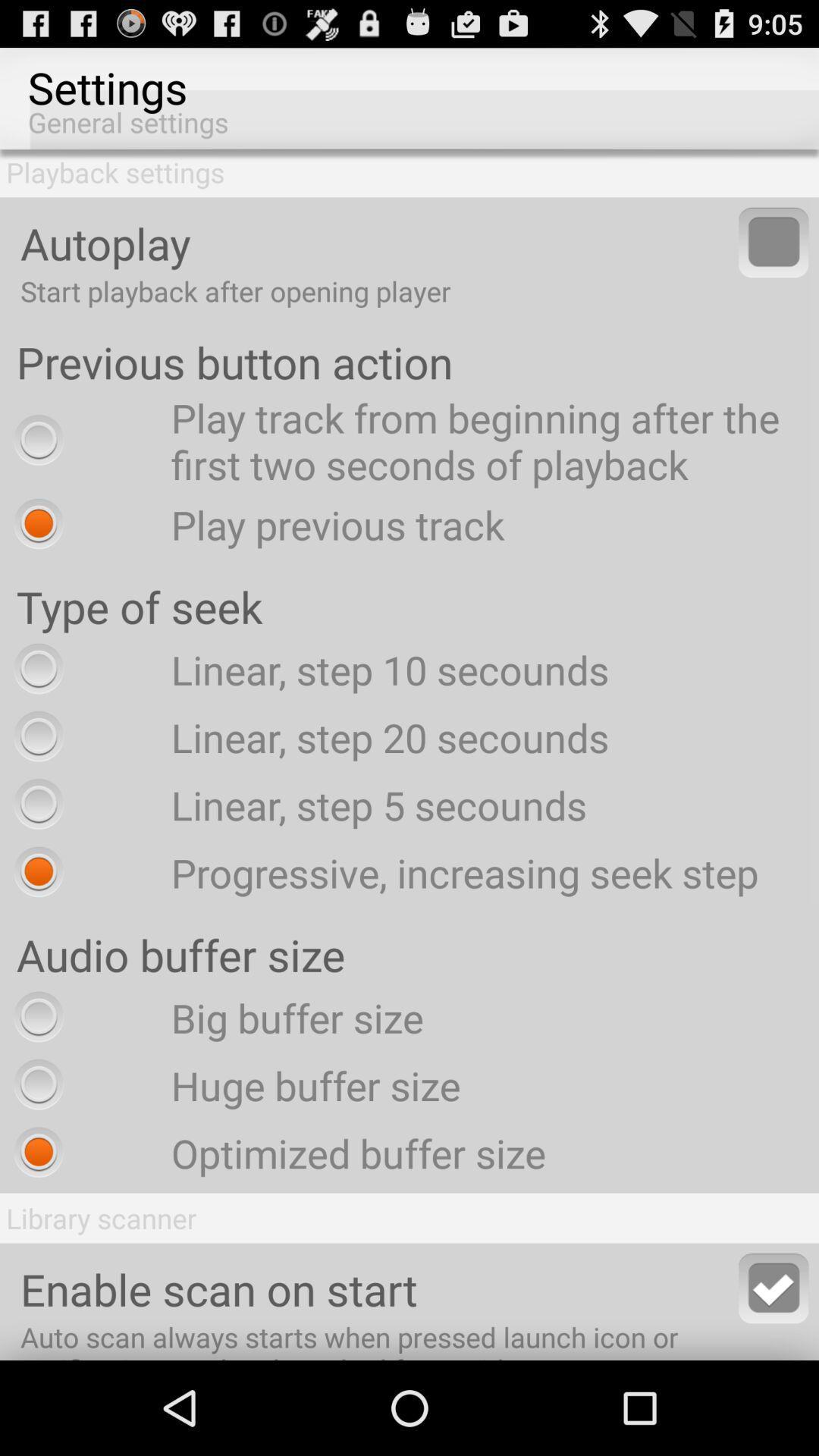 The width and height of the screenshot is (819, 1456). I want to click on autoplay option, so click(773, 241).